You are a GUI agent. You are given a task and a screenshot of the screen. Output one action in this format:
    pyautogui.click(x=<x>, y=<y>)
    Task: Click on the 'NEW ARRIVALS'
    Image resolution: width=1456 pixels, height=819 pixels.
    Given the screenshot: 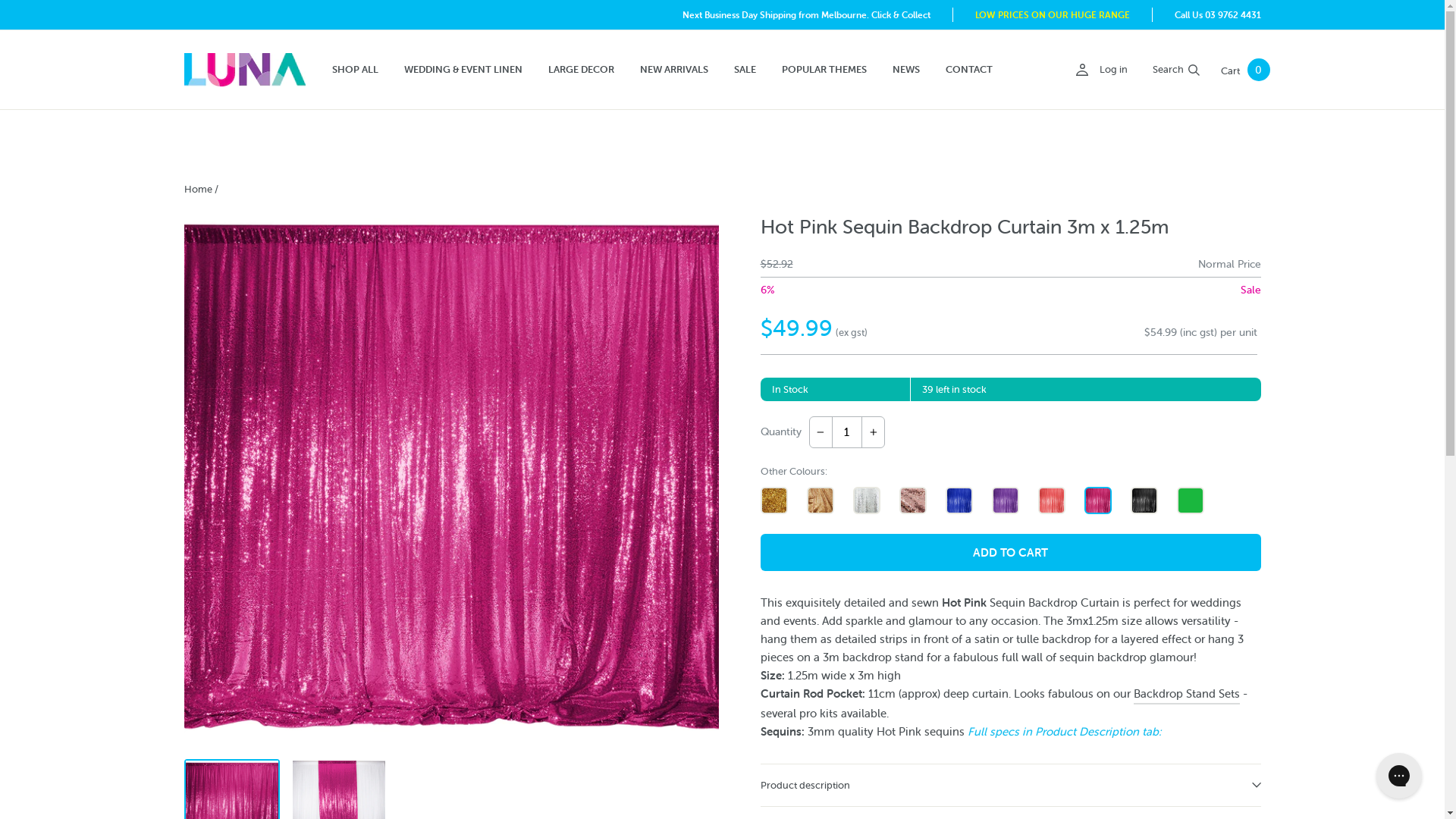 What is the action you would take?
    pyautogui.click(x=673, y=70)
    